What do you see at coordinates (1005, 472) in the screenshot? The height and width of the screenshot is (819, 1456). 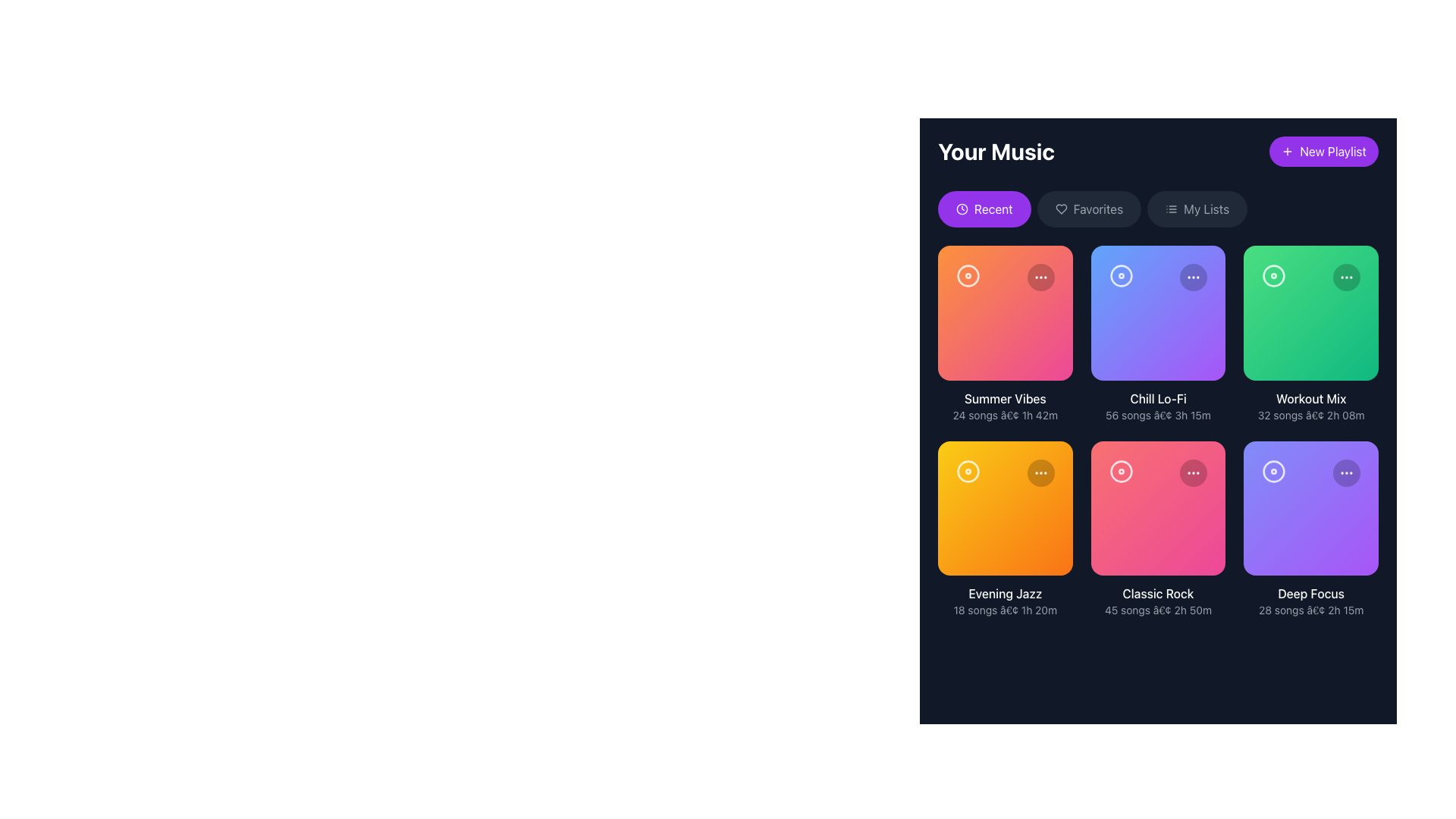 I see `the icons in the 'Evening Jazz' card's control interface` at bounding box center [1005, 472].